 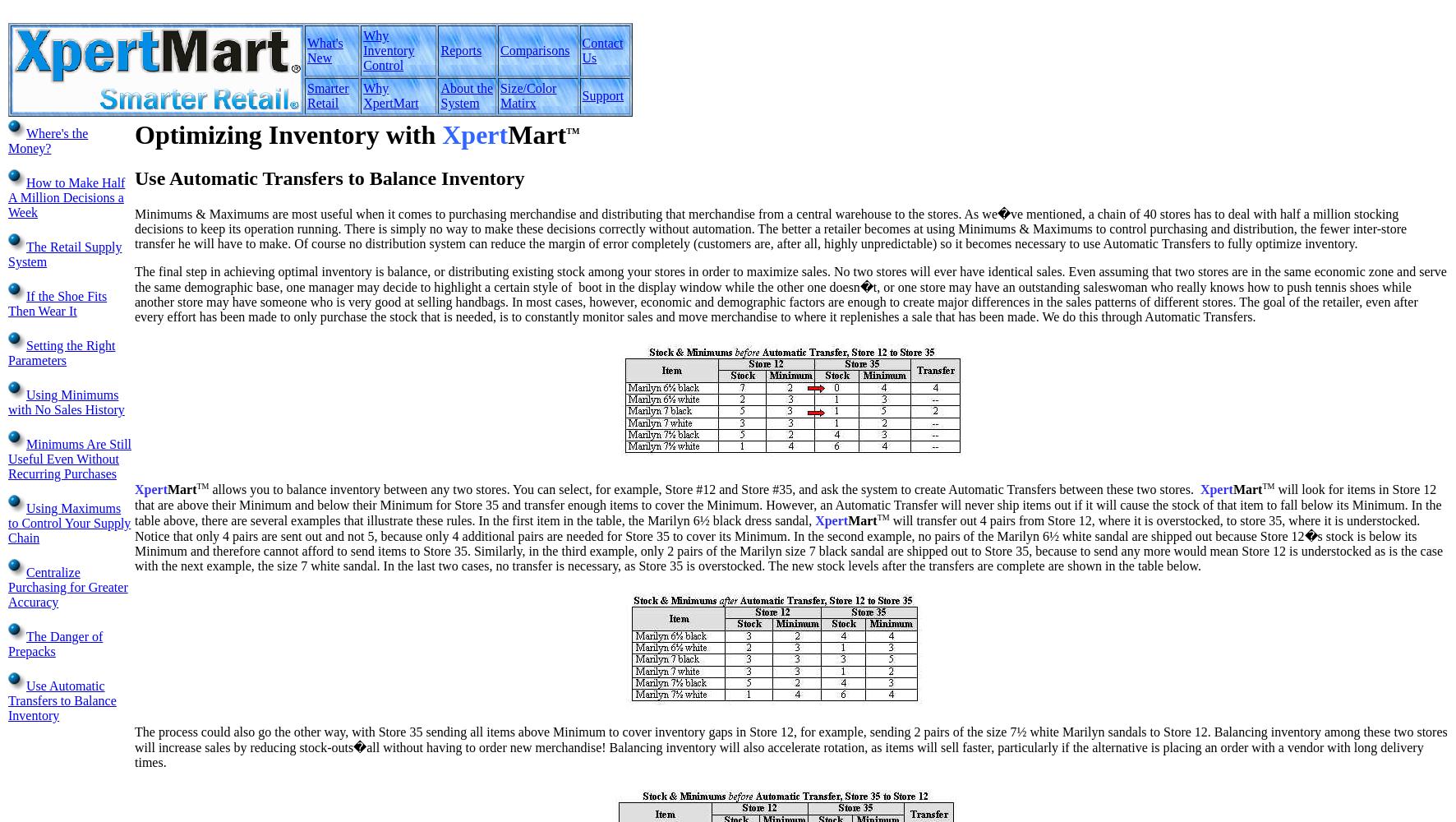 What do you see at coordinates (440, 95) in the screenshot?
I see `'About
the System'` at bounding box center [440, 95].